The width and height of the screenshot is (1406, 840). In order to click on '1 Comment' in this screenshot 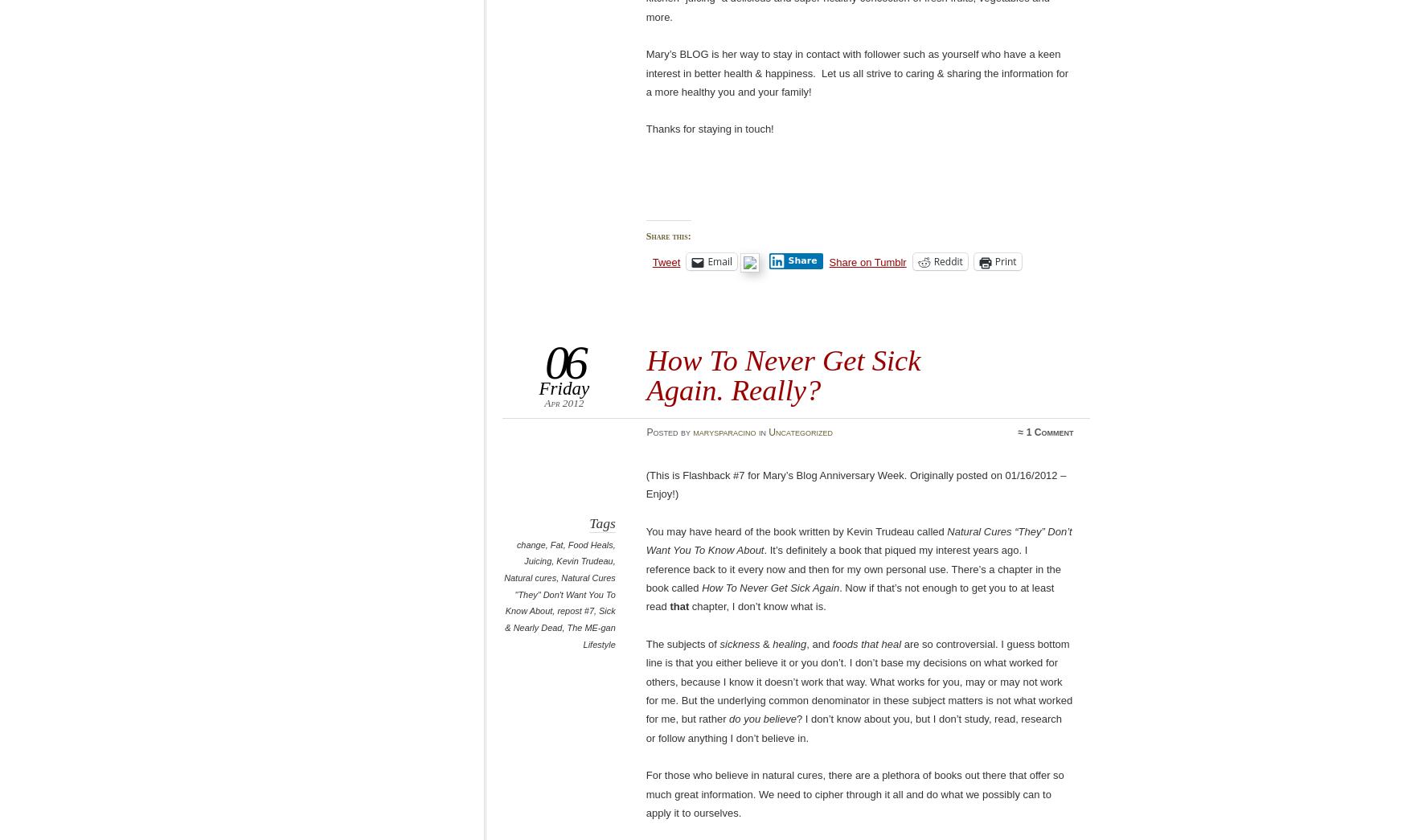, I will do `click(1025, 432)`.